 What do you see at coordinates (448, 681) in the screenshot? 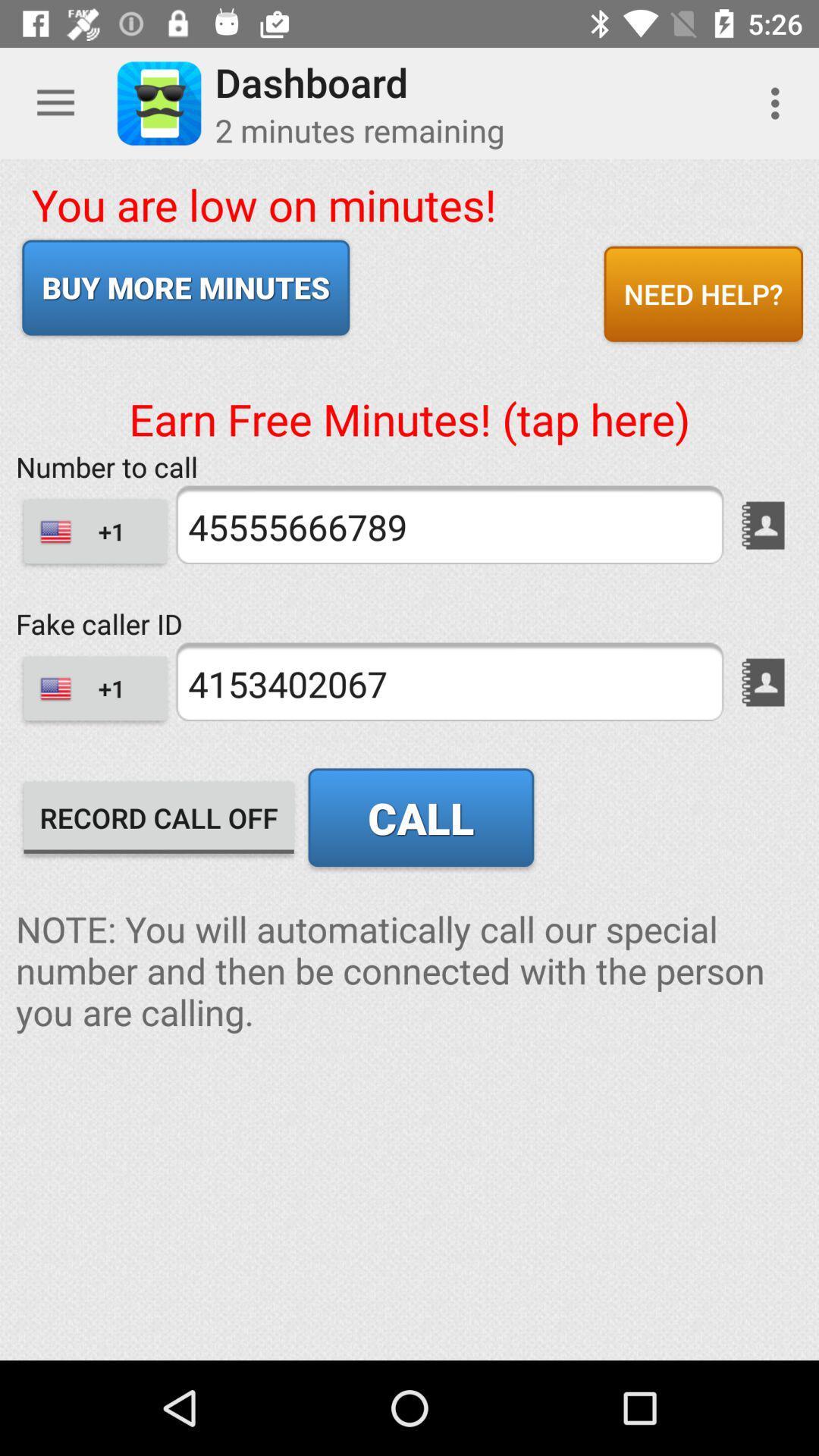
I see `the icon to the right of the +1` at bounding box center [448, 681].